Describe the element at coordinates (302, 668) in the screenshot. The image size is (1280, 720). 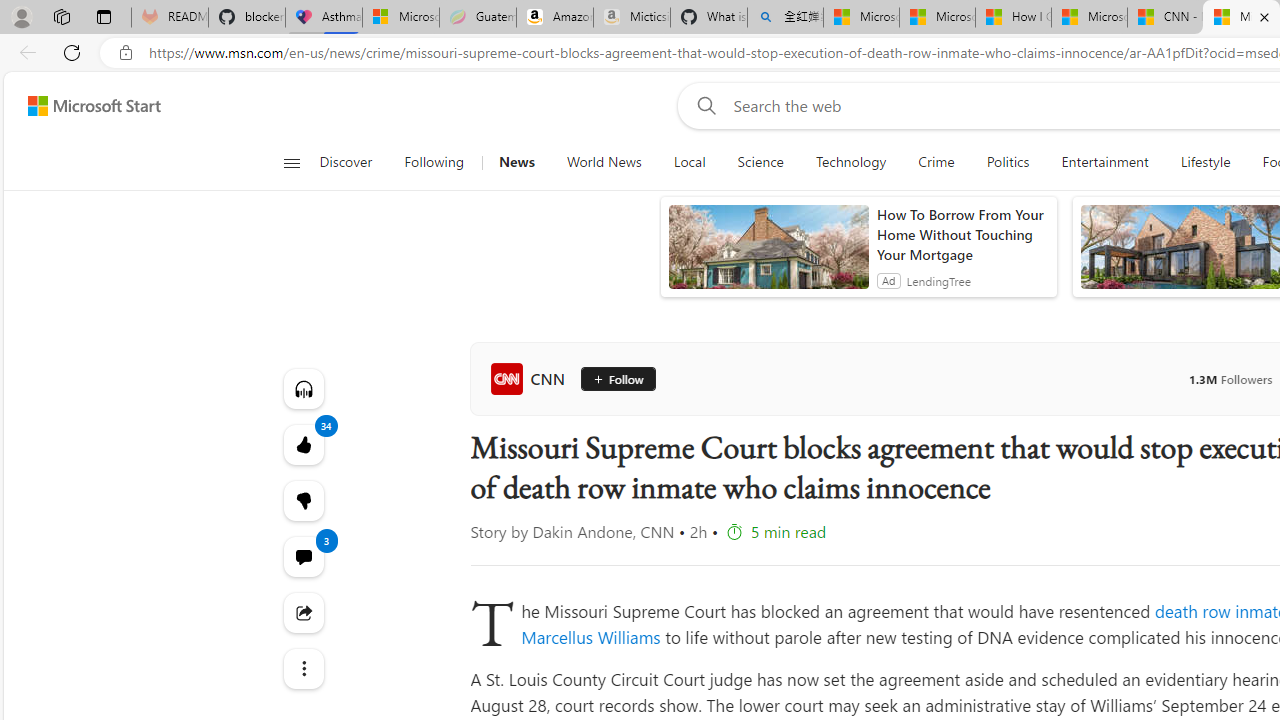
I see `'Class: at-item'` at that location.